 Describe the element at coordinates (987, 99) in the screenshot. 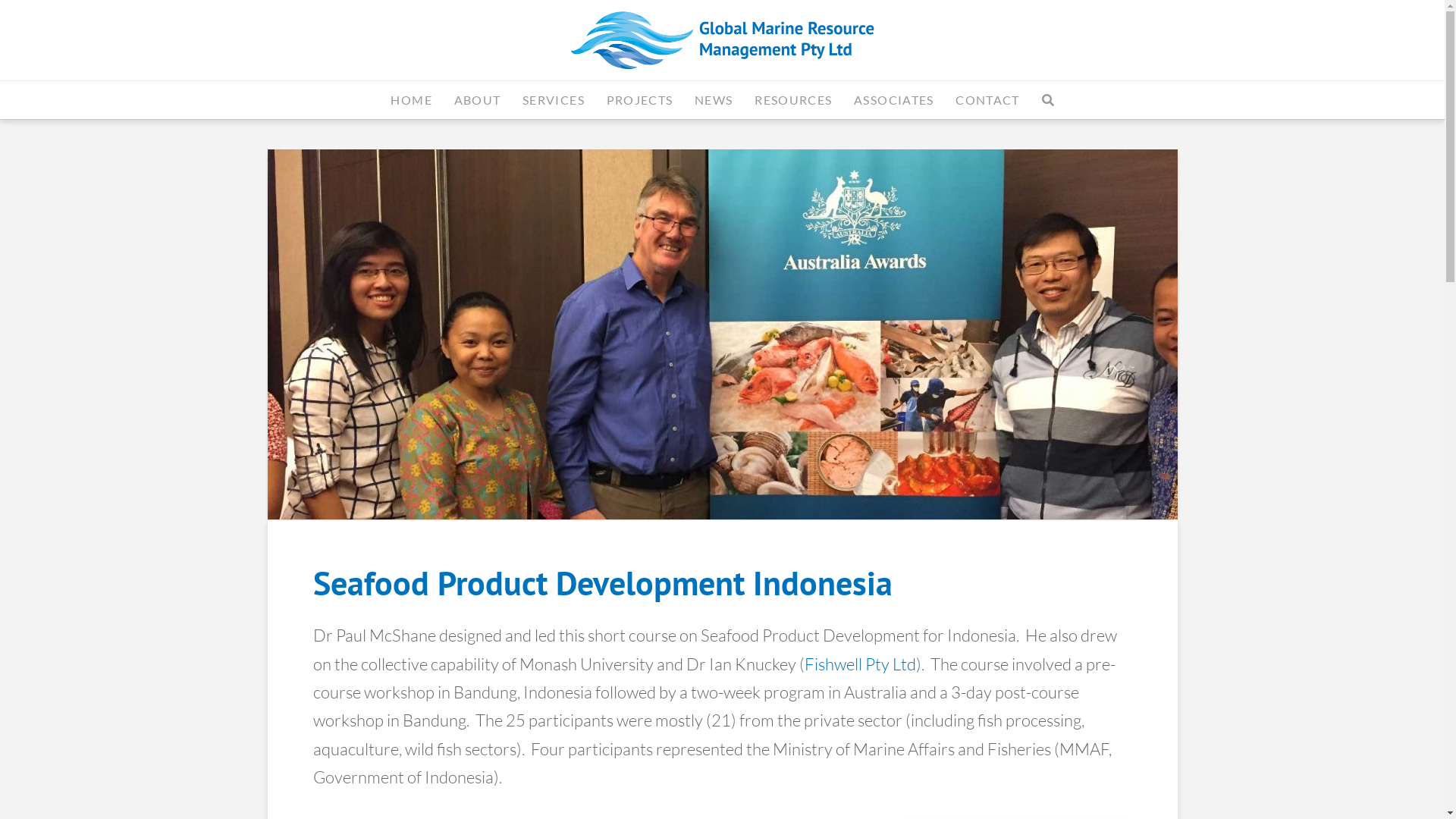

I see `'CONTACT'` at that location.